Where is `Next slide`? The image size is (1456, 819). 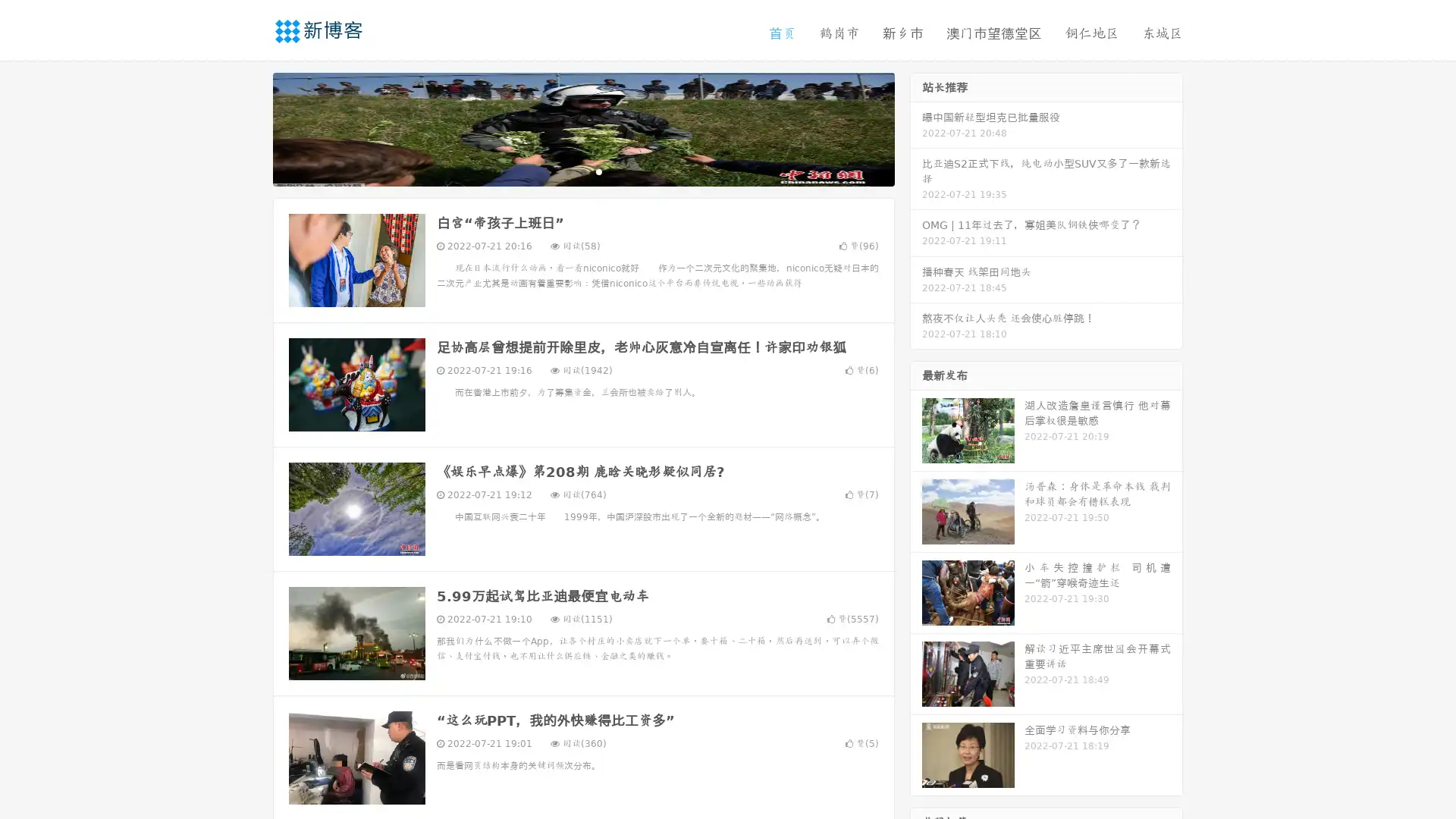
Next slide is located at coordinates (916, 127).